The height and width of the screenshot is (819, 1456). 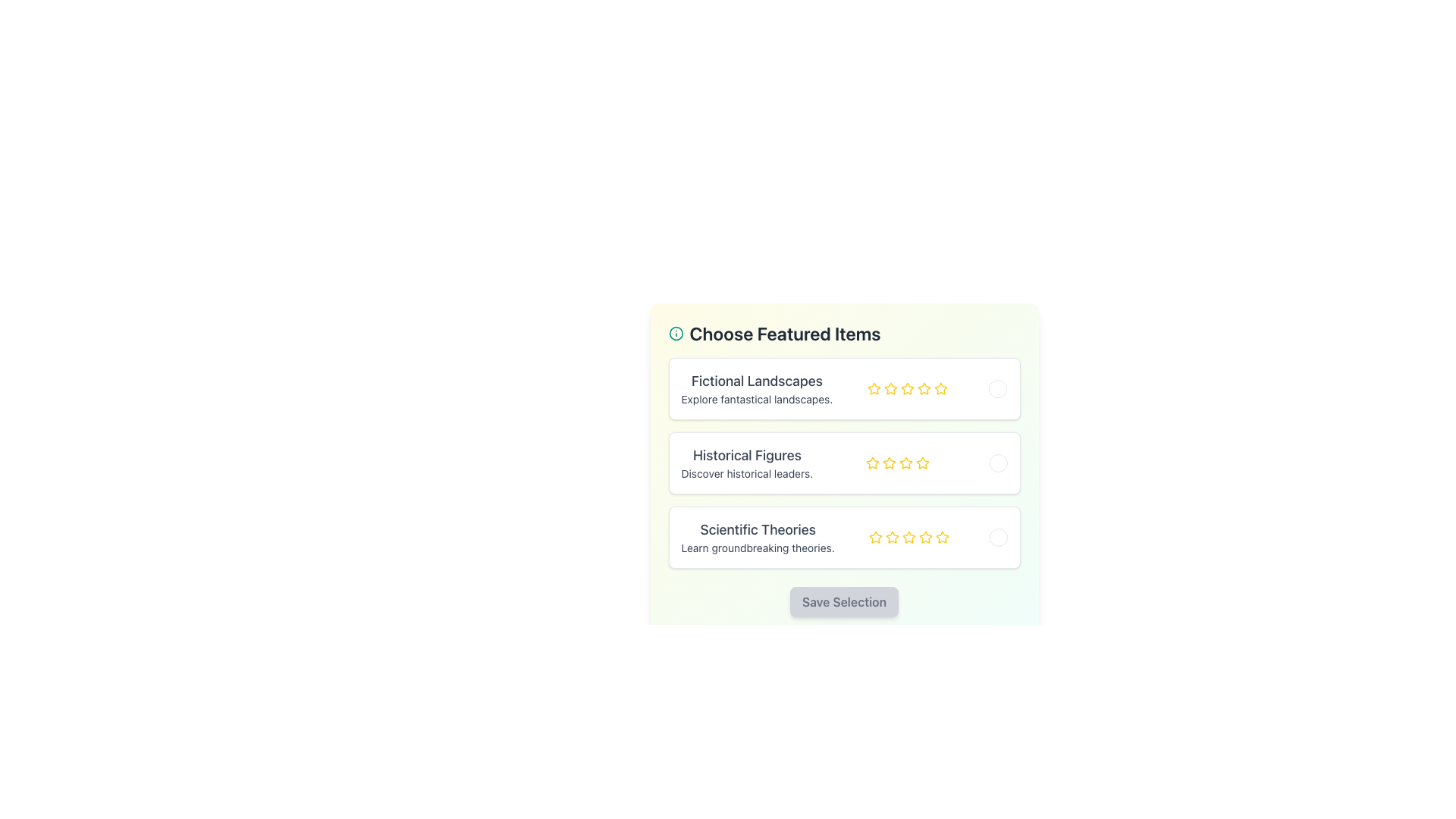 What do you see at coordinates (843, 537) in the screenshot?
I see `the rectangular card titled 'Scientific Theories', which is the third card in the 'Choose Featured Items' section, displaying a rating system and a circular button` at bounding box center [843, 537].